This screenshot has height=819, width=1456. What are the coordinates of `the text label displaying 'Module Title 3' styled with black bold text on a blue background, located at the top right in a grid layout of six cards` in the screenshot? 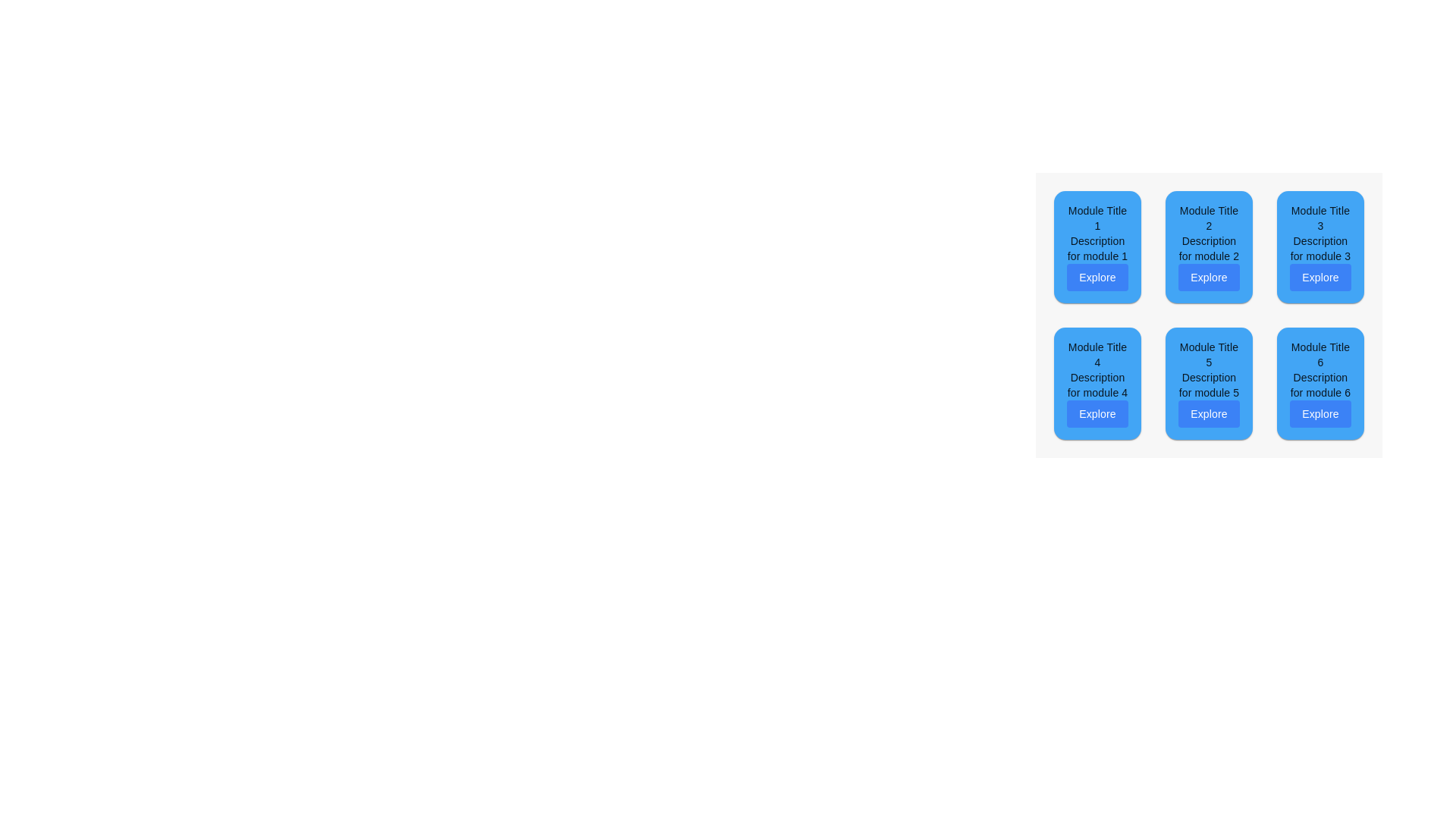 It's located at (1319, 218).